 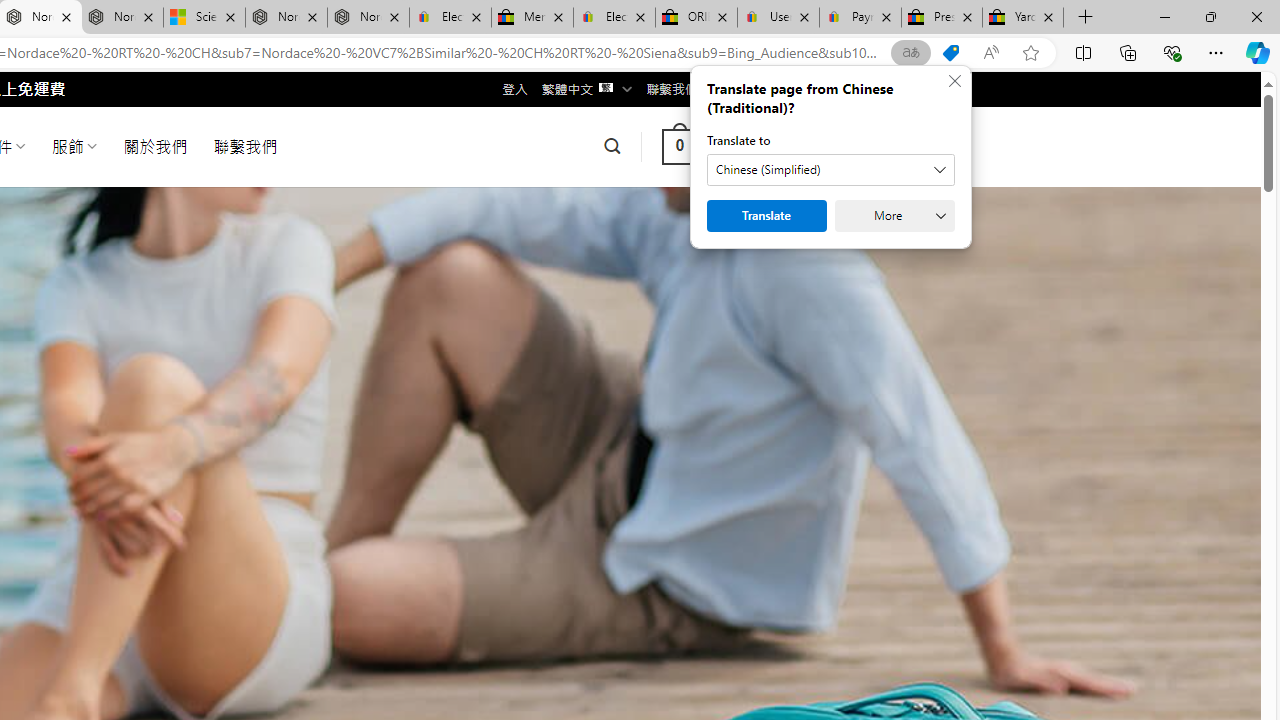 What do you see at coordinates (1209, 16) in the screenshot?
I see `'Restore'` at bounding box center [1209, 16].